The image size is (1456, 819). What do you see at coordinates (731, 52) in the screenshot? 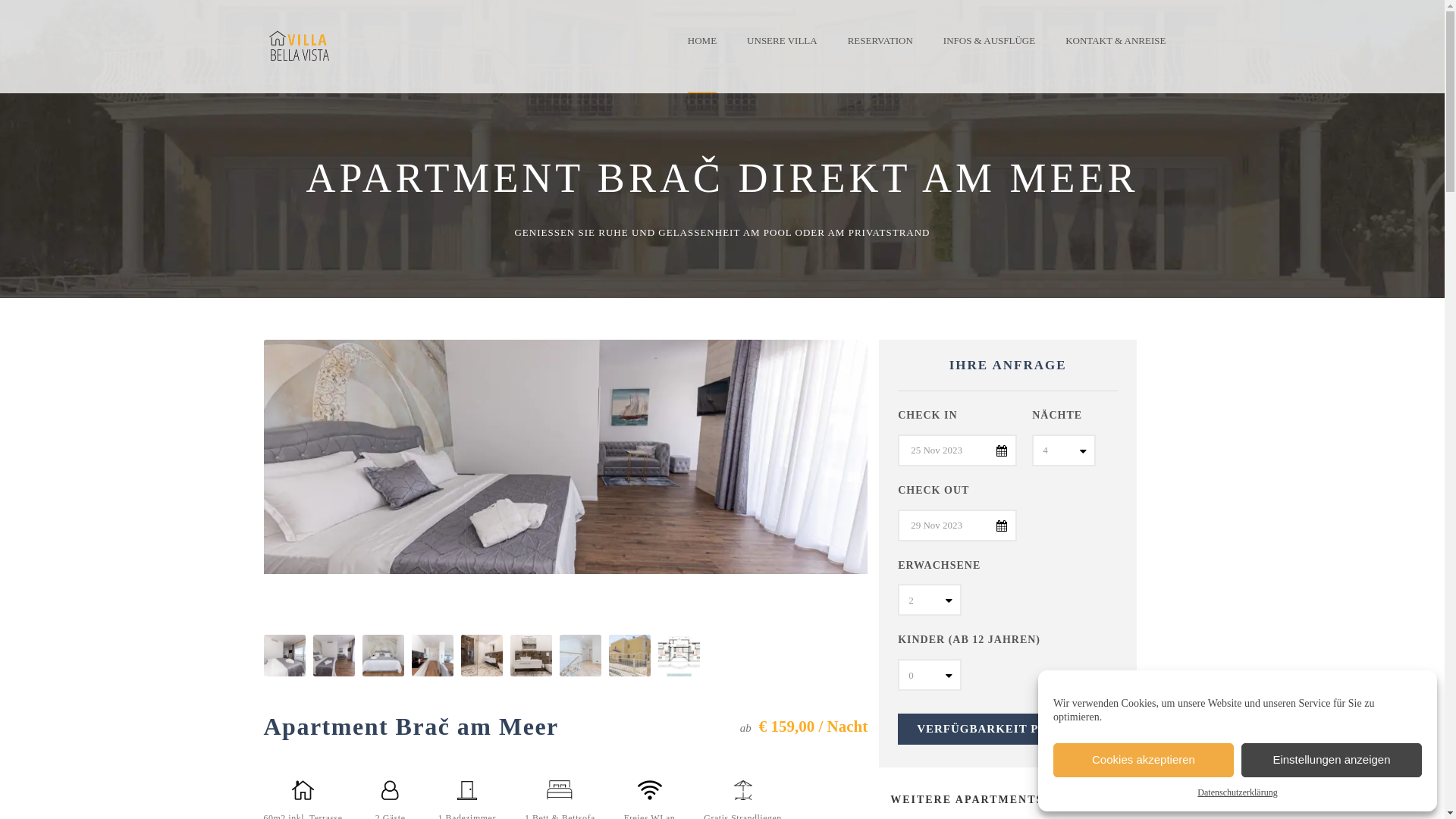
I see `'UNSERE VILLA'` at bounding box center [731, 52].